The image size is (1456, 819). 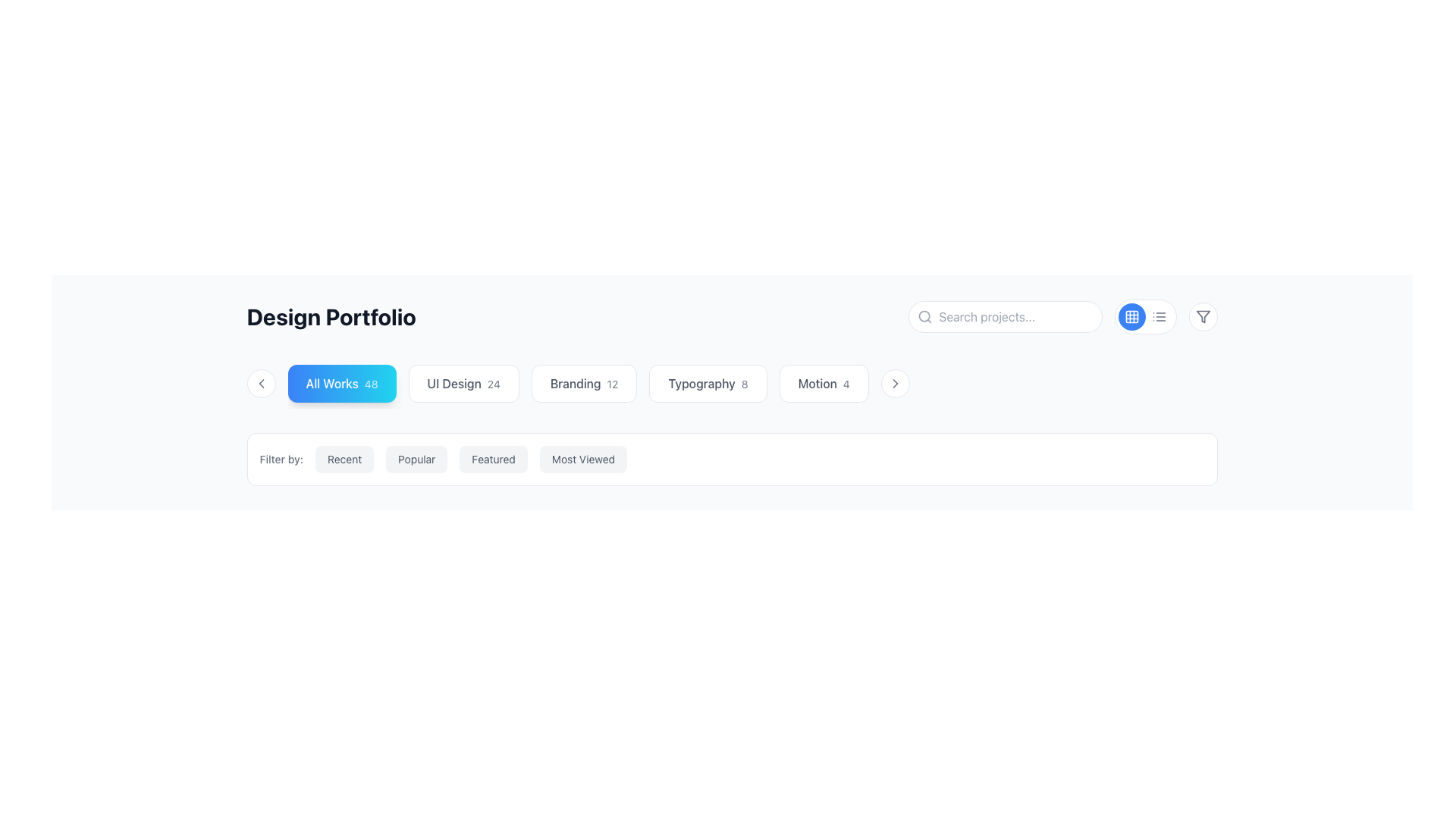 I want to click on the chevron icon button located within a circular button on the left side of the section tabs for keyboard navigation, so click(x=261, y=382).